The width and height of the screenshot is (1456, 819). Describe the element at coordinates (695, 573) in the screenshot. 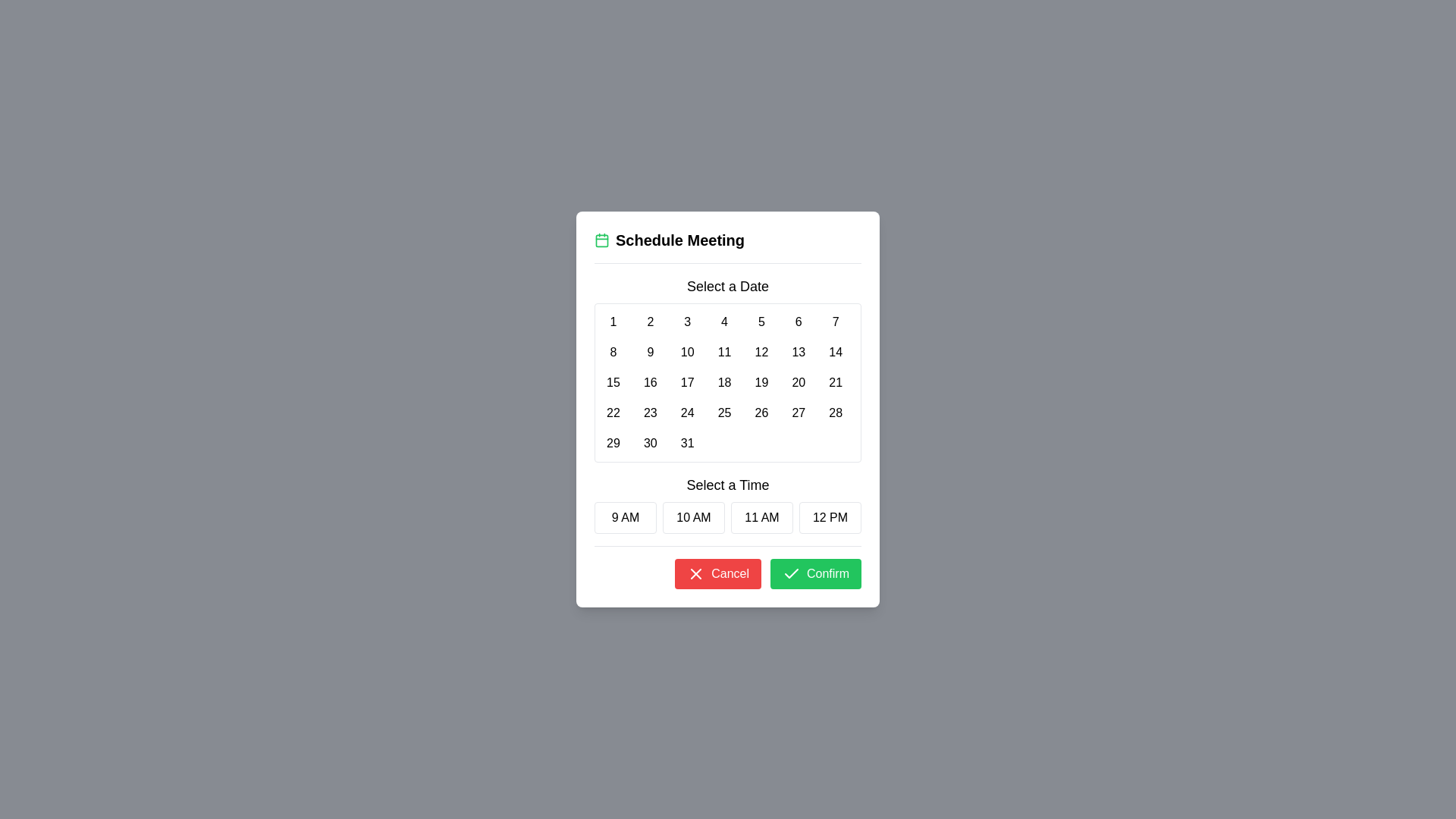

I see `the cancel icon located within the red 'Cancel' button, which is positioned to the left of the 'Cancel' text at the bottom-left corner of the modal` at that location.